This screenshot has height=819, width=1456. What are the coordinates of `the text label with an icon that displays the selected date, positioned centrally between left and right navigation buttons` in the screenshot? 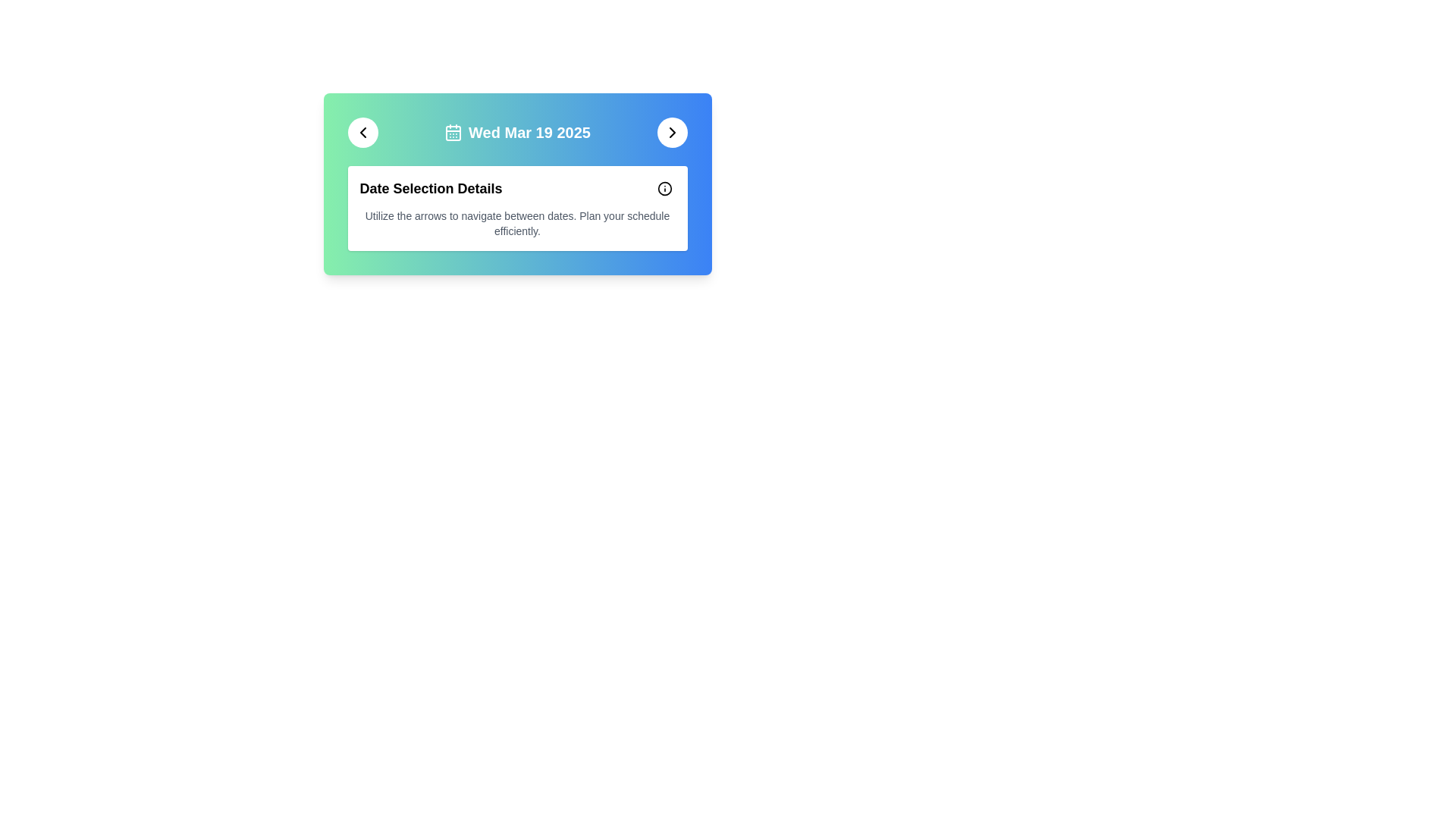 It's located at (517, 131).